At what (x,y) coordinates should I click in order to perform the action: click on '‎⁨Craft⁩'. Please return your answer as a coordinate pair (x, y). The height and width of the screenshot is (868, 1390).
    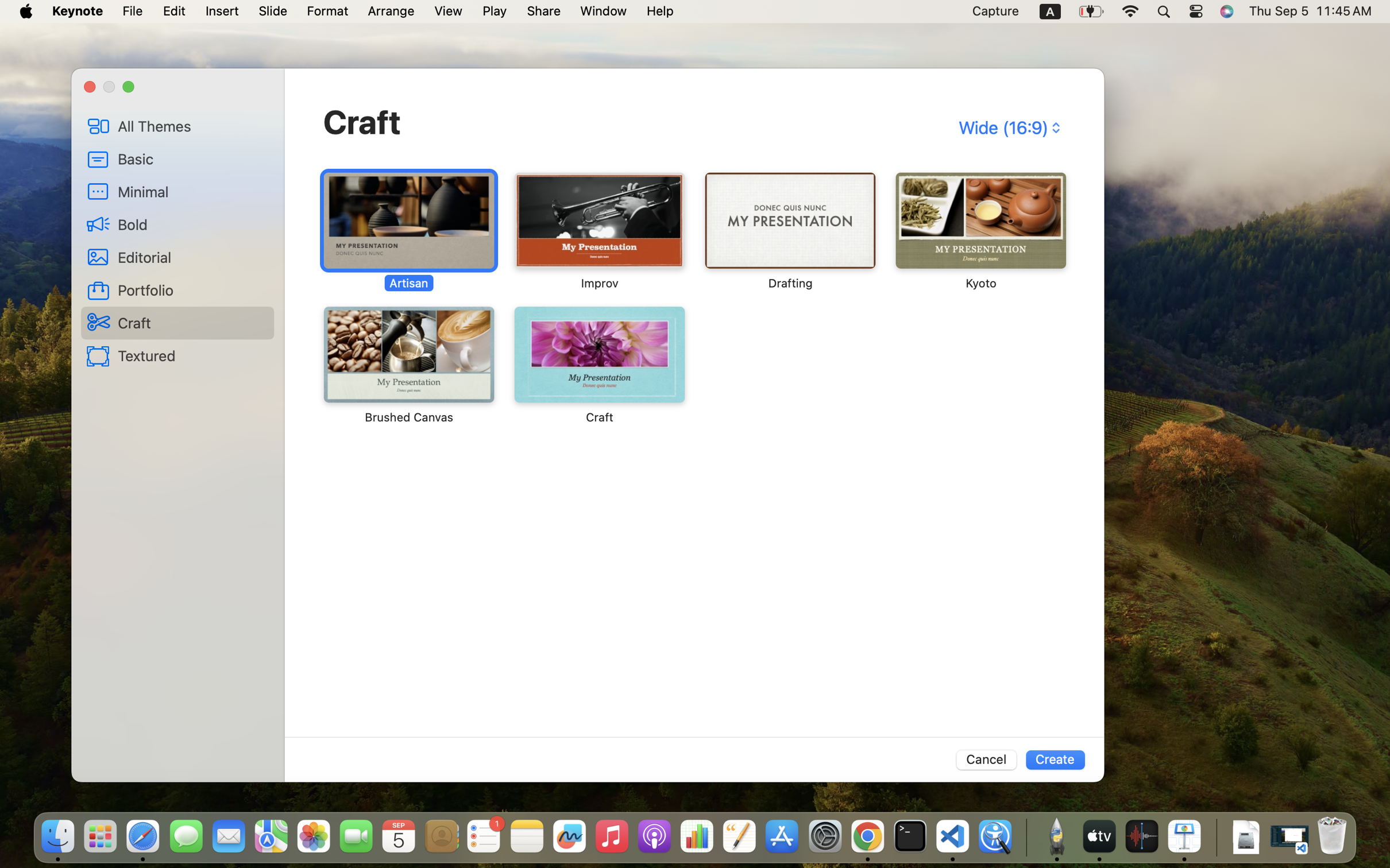
    Looking at the image, I should click on (598, 365).